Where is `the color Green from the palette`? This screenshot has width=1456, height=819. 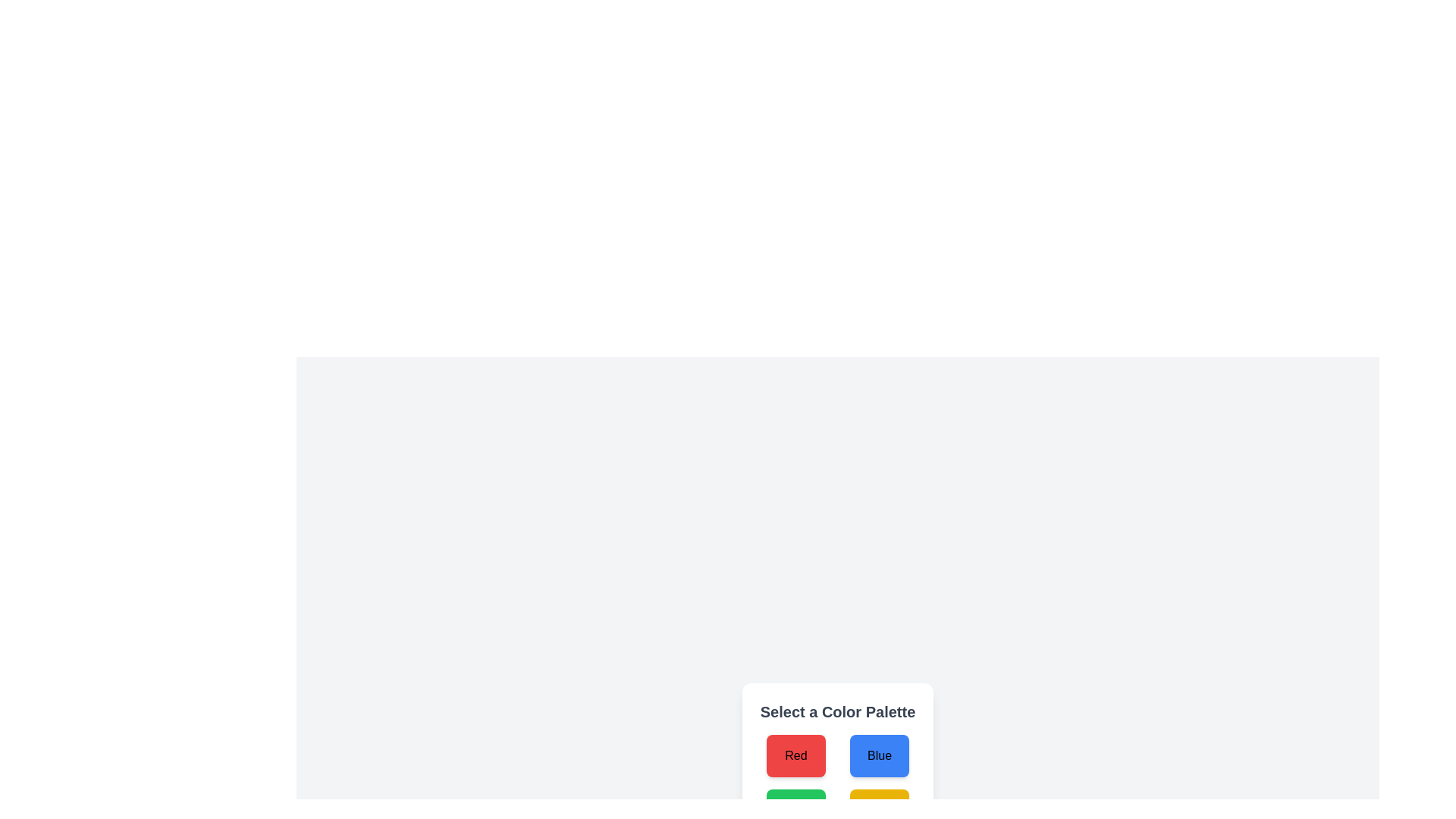
the color Green from the palette is located at coordinates (795, 809).